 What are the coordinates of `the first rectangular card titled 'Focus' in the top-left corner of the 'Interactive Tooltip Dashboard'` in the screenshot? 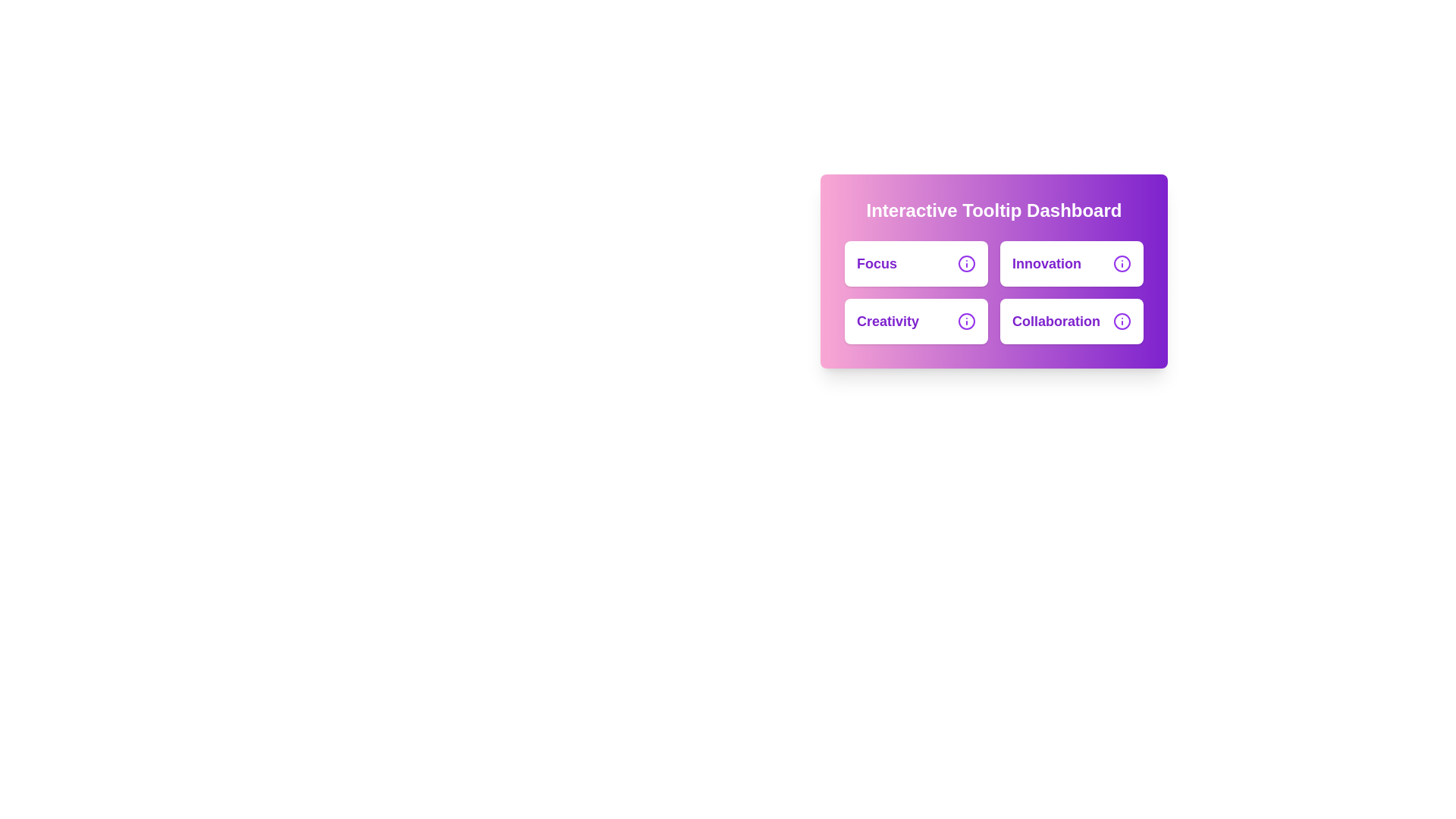 It's located at (915, 262).